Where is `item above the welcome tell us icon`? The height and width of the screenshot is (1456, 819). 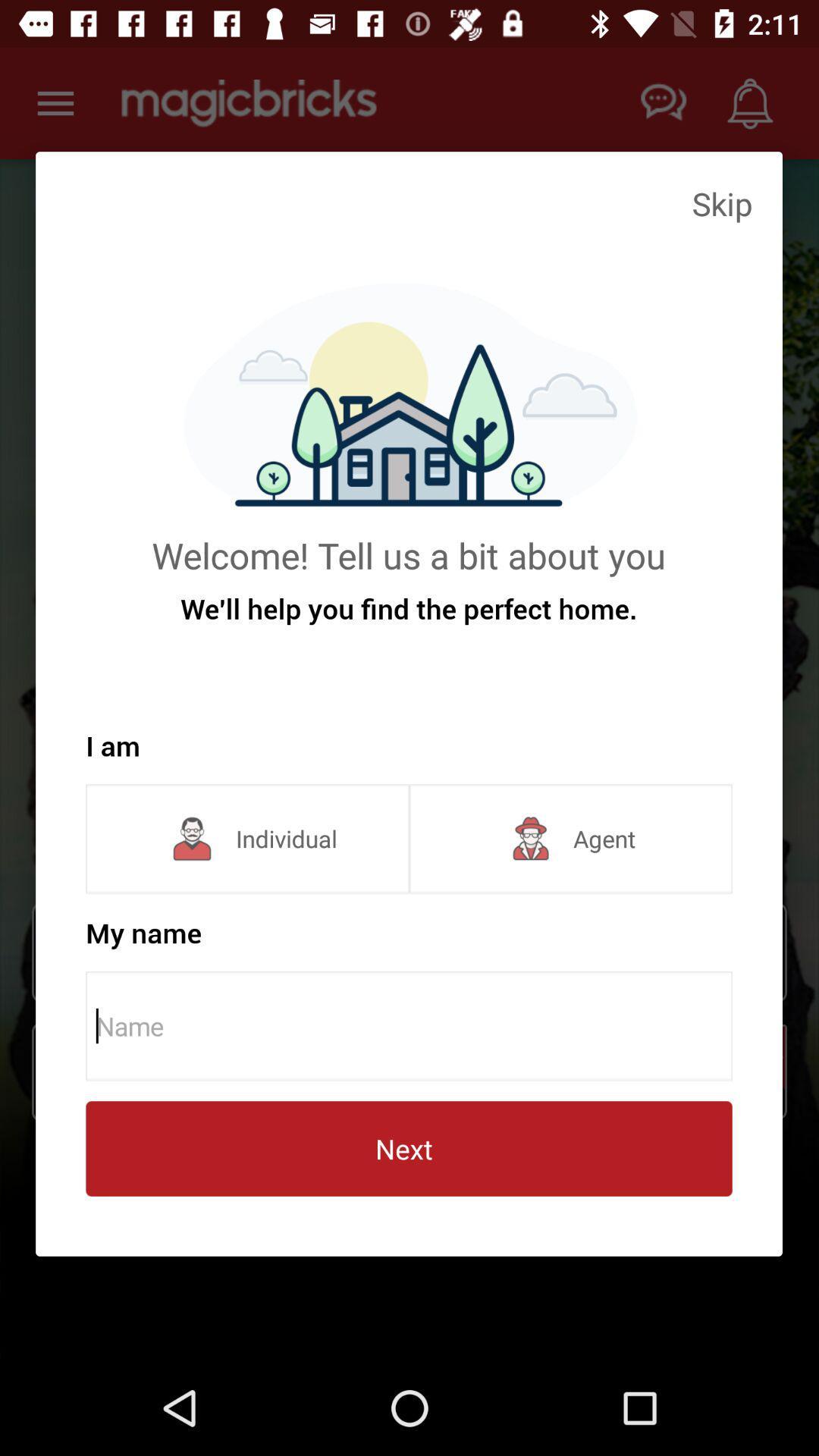
item above the welcome tell us icon is located at coordinates (721, 202).